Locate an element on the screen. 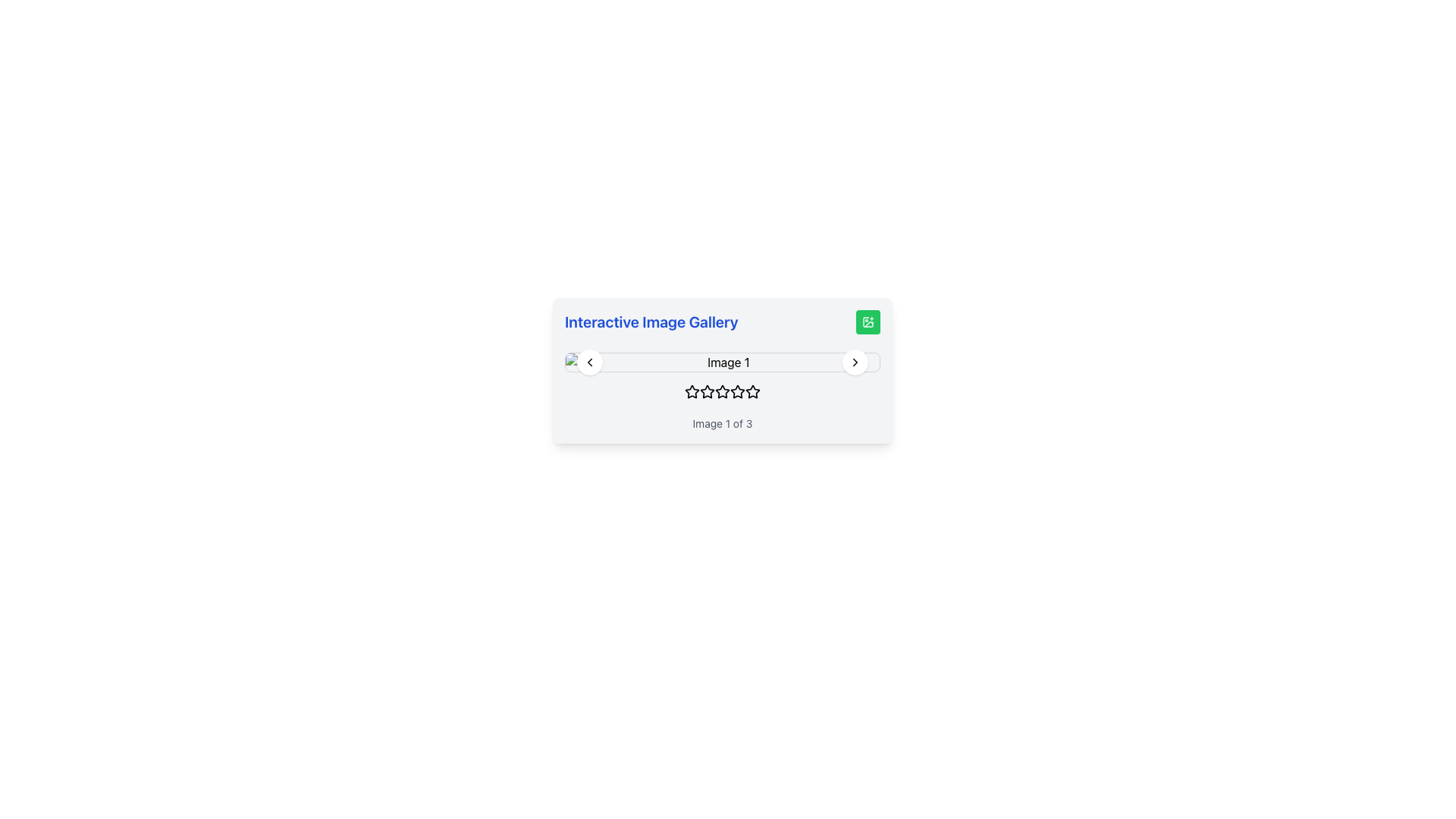  the third star-shaped rating icon, which is styled in yellow or gray, located below the title 'Interactive Image Gallery' to set a rating is located at coordinates (706, 391).